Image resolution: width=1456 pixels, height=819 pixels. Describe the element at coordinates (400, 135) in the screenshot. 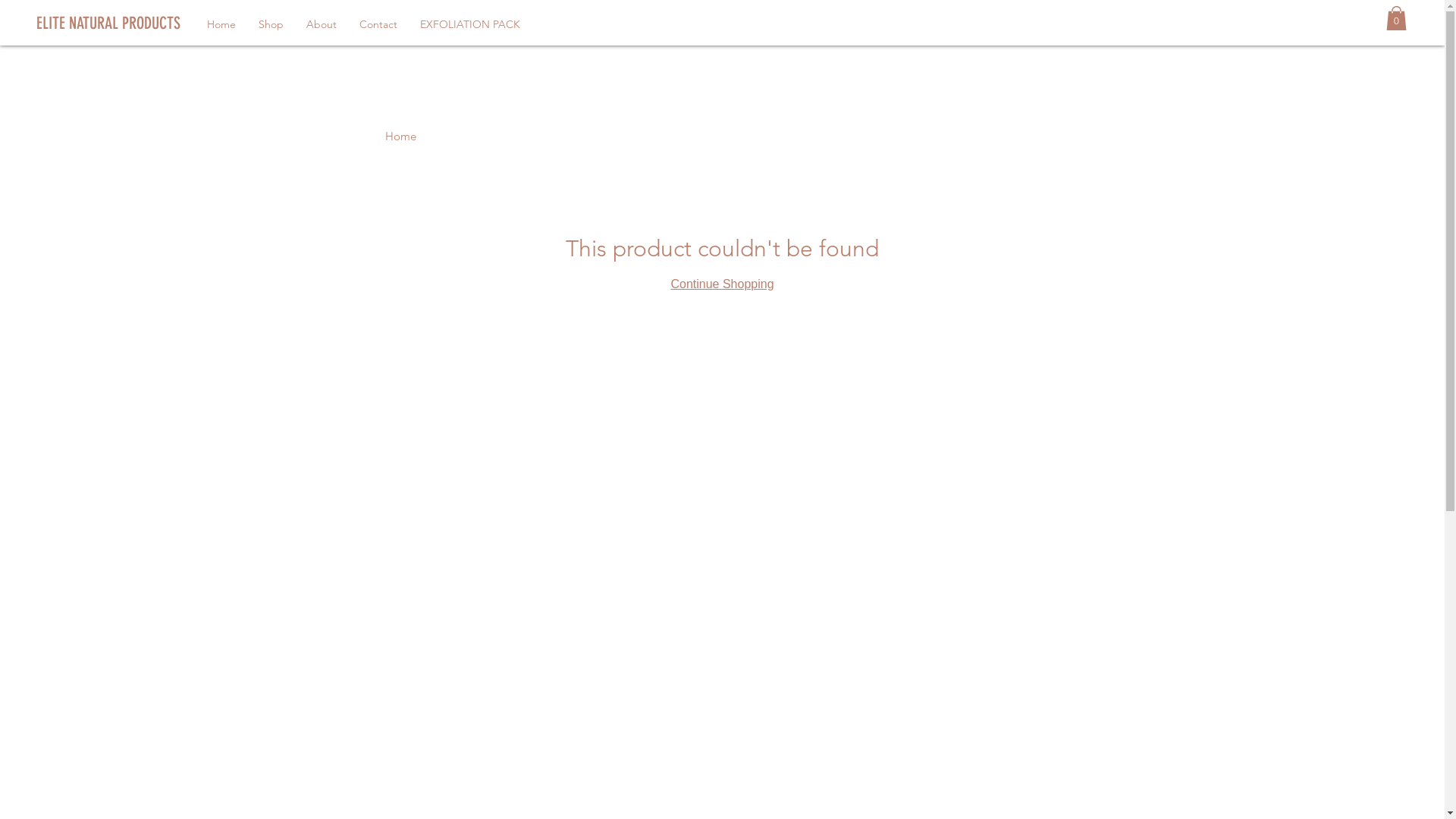

I see `'Home'` at that location.